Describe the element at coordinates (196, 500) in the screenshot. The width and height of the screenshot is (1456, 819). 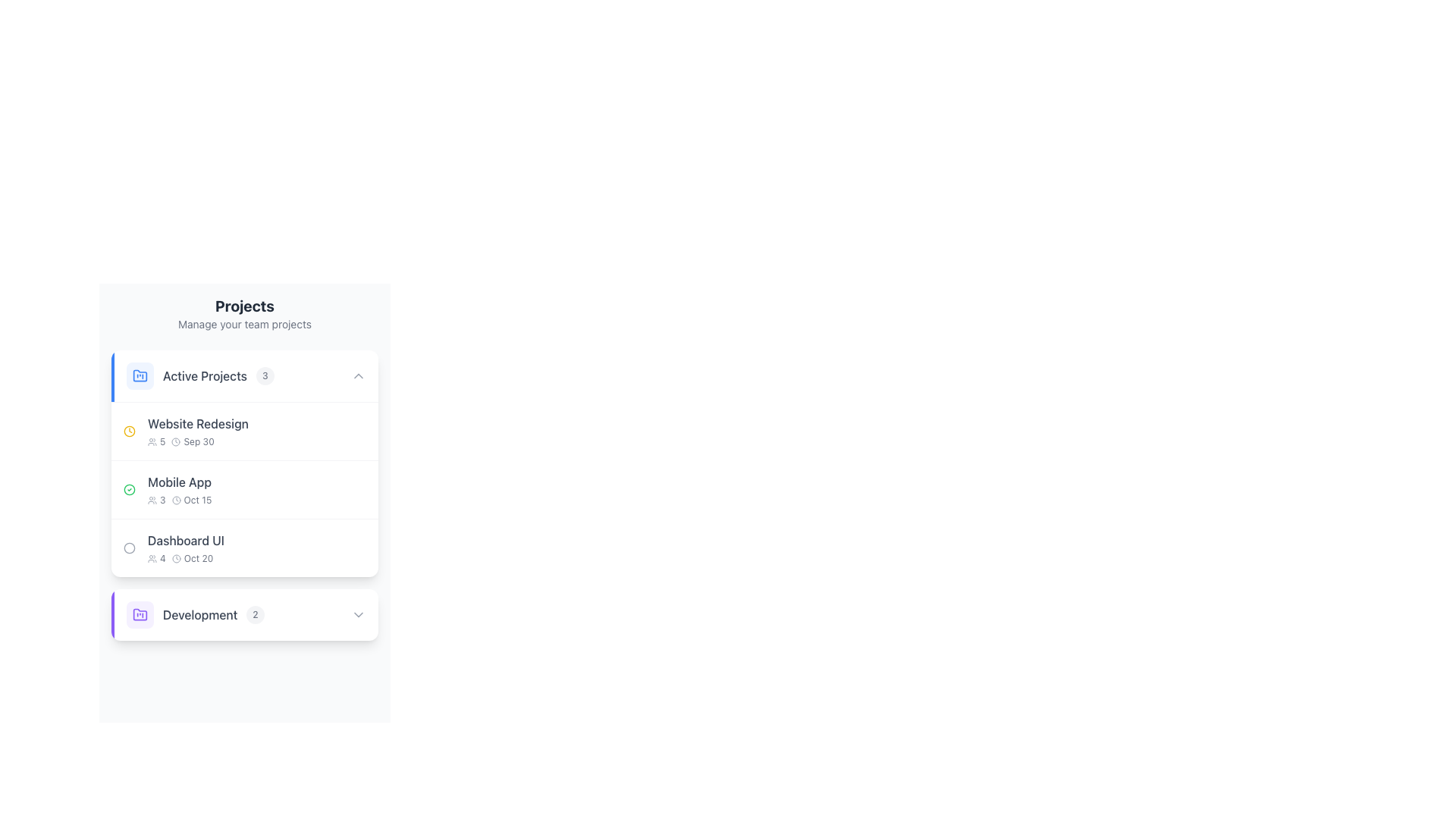
I see `the static text label displaying 'Oct 15', which is styled in light gray and located to the right of a clock icon in the 'Mobile App' project listing under 'Active Projects'` at that location.